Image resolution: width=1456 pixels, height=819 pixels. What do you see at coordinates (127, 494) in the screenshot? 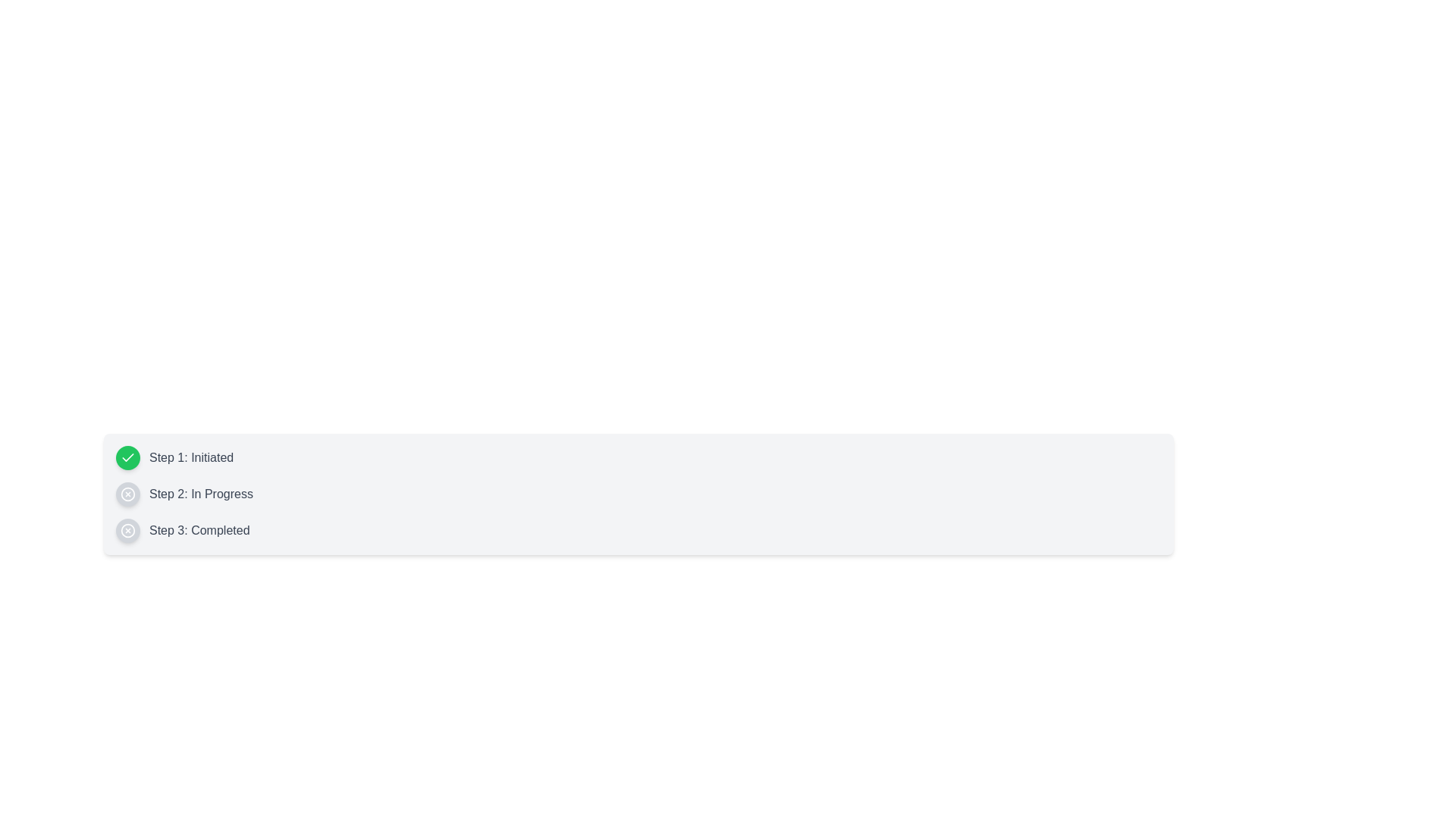
I see `the active status icon located in the second row of the vertical step indicator layout, which indicates that 'Step 2: In Progress'` at bounding box center [127, 494].